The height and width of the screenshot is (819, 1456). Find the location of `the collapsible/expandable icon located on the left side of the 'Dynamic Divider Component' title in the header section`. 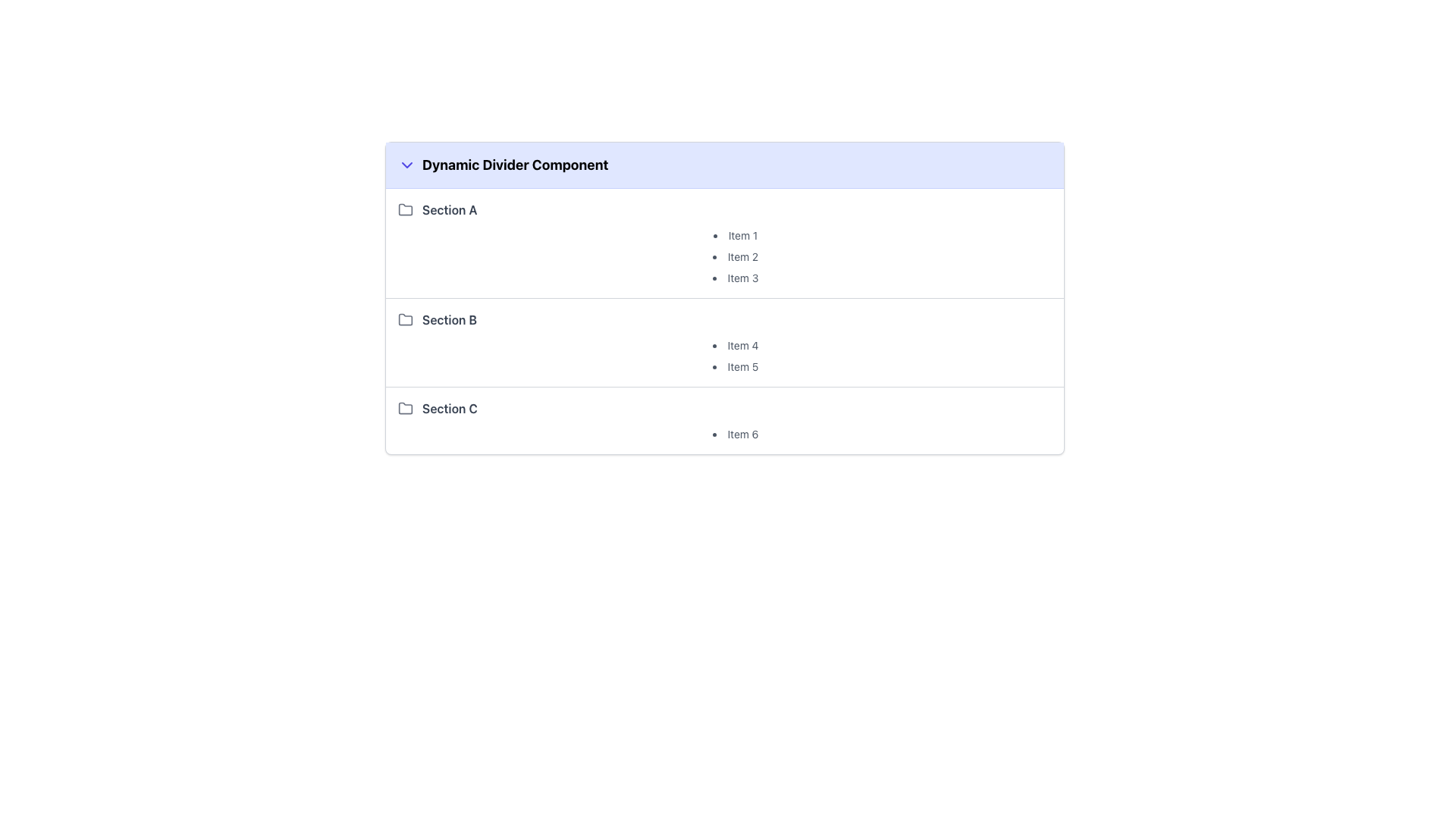

the collapsible/expandable icon located on the left side of the 'Dynamic Divider Component' title in the header section is located at coordinates (407, 165).